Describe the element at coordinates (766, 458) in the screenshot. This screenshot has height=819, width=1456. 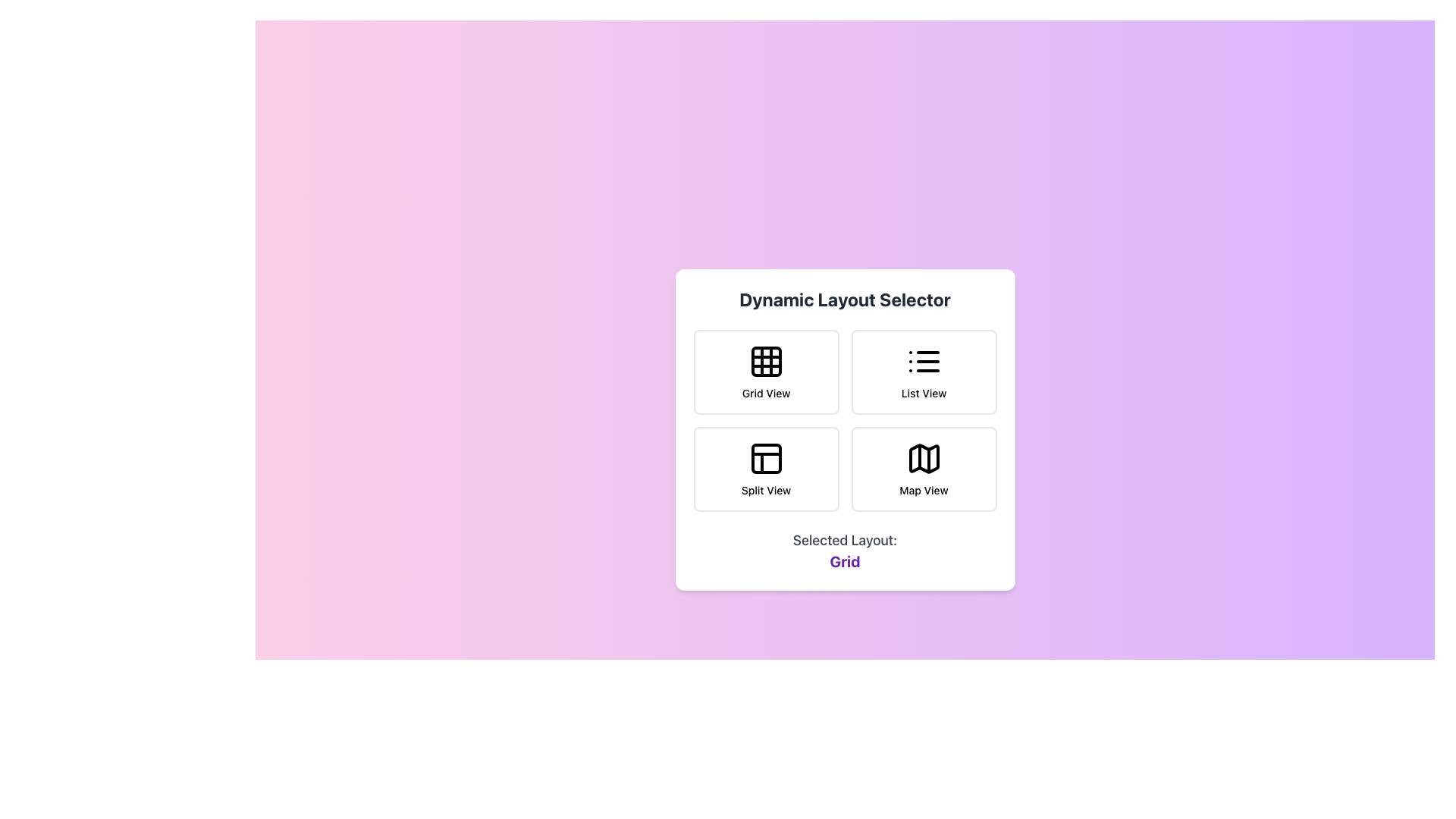
I see `the Icon Button in the second row, first column of the layout selector` at that location.